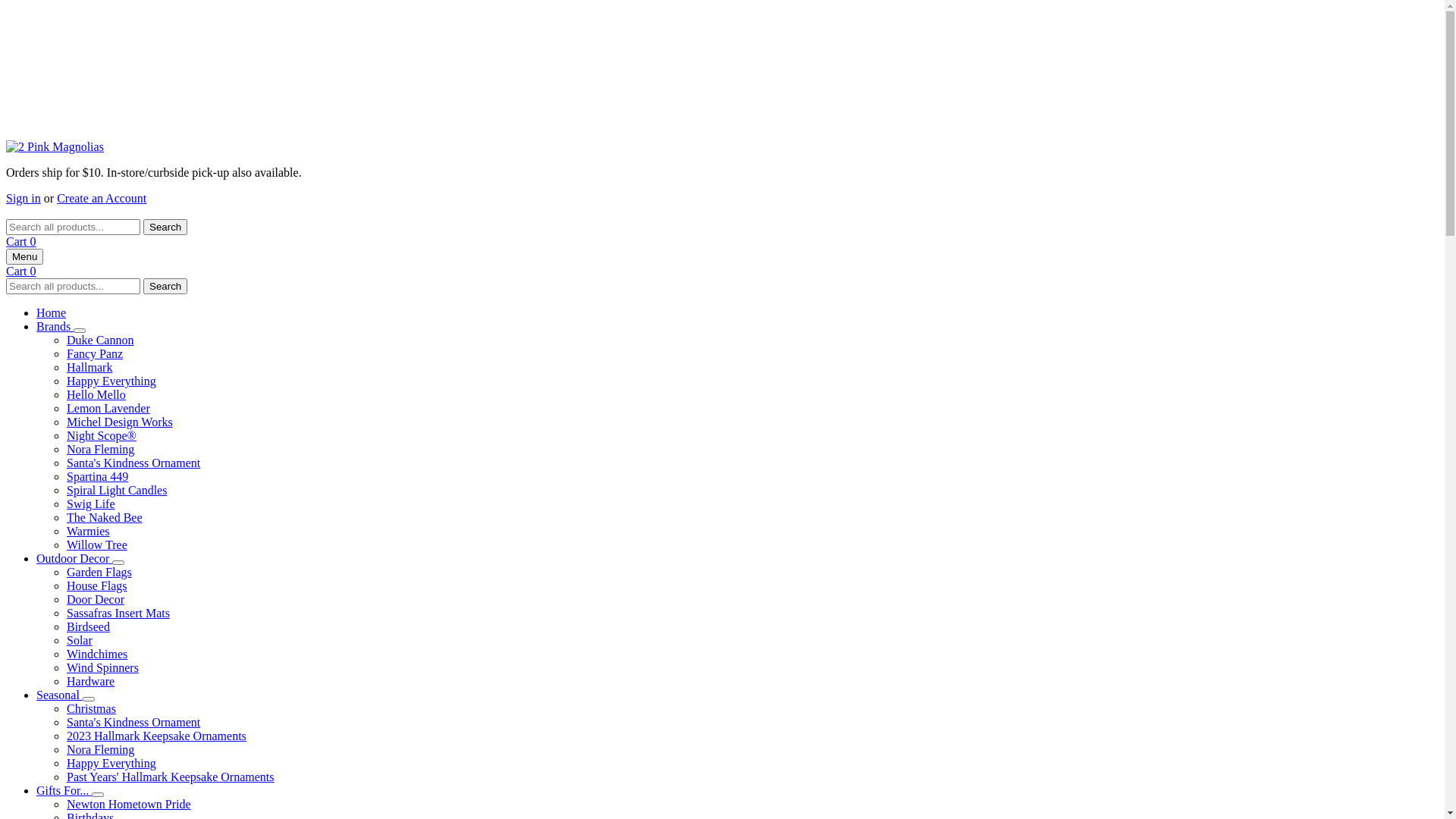 This screenshot has width=1456, height=819. Describe the element at coordinates (63, 789) in the screenshot. I see `'Gifts For...'` at that location.